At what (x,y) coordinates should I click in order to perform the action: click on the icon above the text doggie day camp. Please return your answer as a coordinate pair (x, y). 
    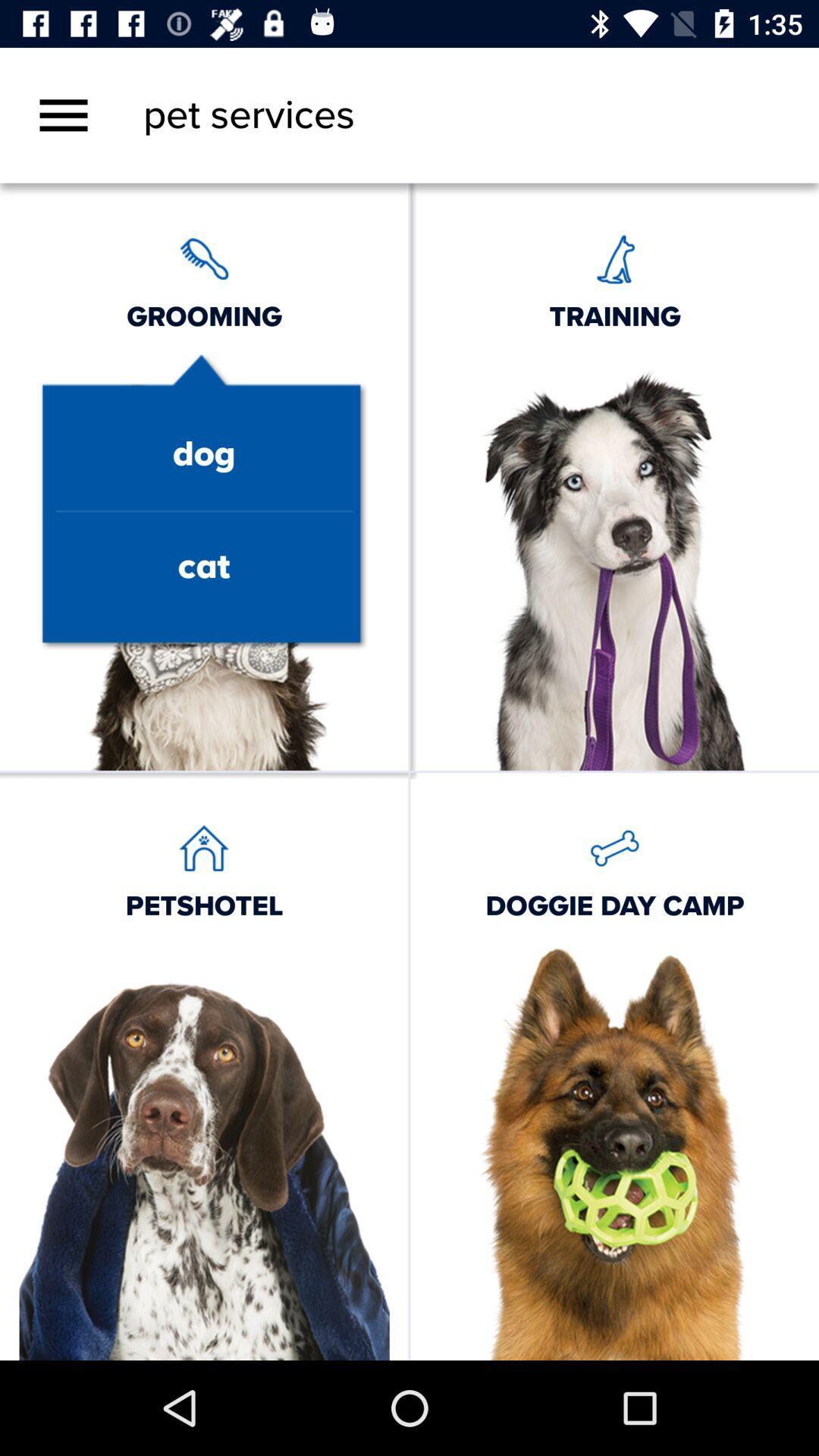
    Looking at the image, I should click on (614, 847).